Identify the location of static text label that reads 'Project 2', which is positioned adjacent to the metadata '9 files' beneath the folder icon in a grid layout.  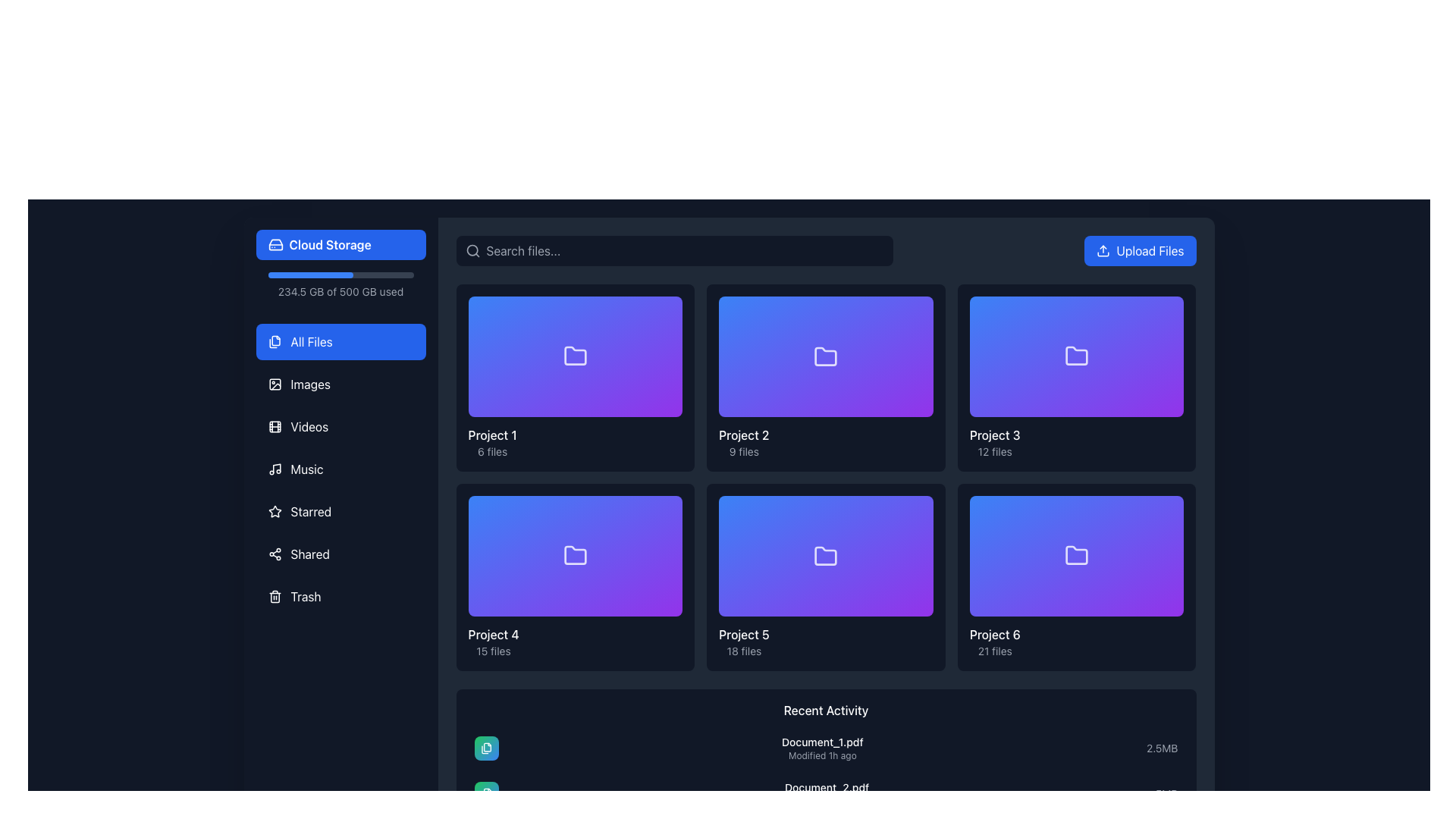
(744, 435).